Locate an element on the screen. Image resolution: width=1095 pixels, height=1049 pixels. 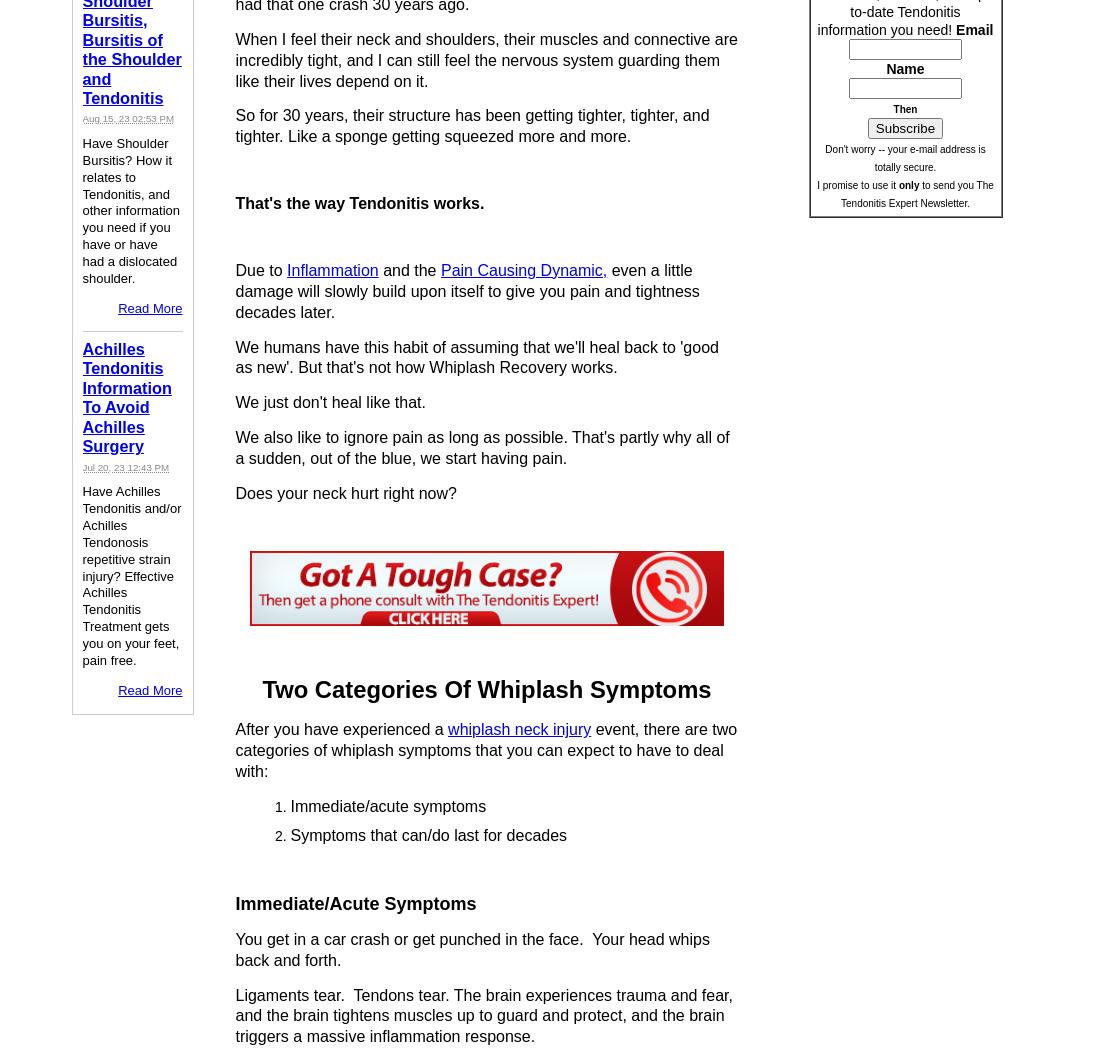
'When I feel their neck and shoulders, their muscles and
connective are incredibly tight, and I can still feel the nervous system
guarding them like their lives depend on it.' is located at coordinates (485, 60).